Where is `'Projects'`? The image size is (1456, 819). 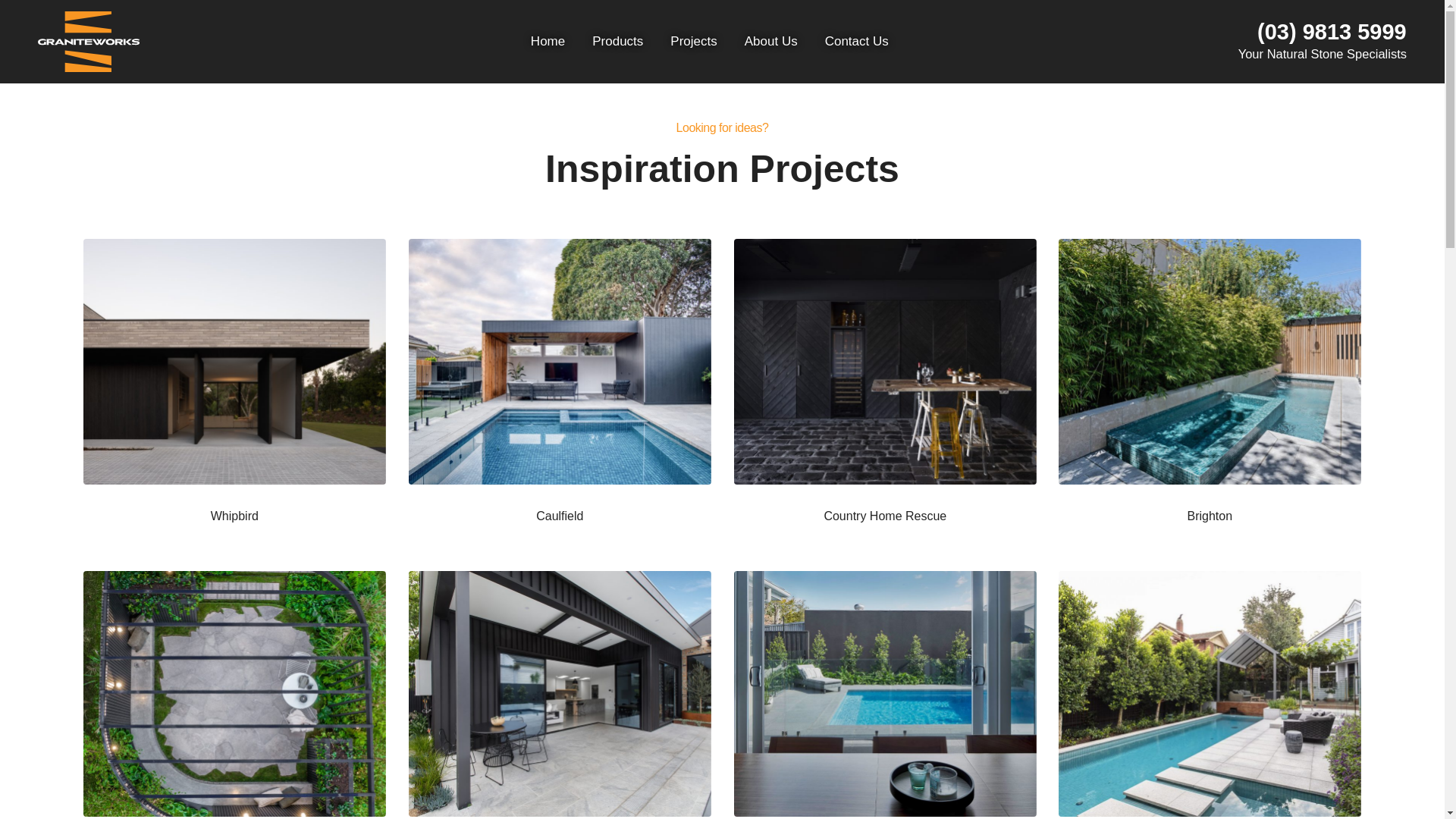 'Projects' is located at coordinates (692, 40).